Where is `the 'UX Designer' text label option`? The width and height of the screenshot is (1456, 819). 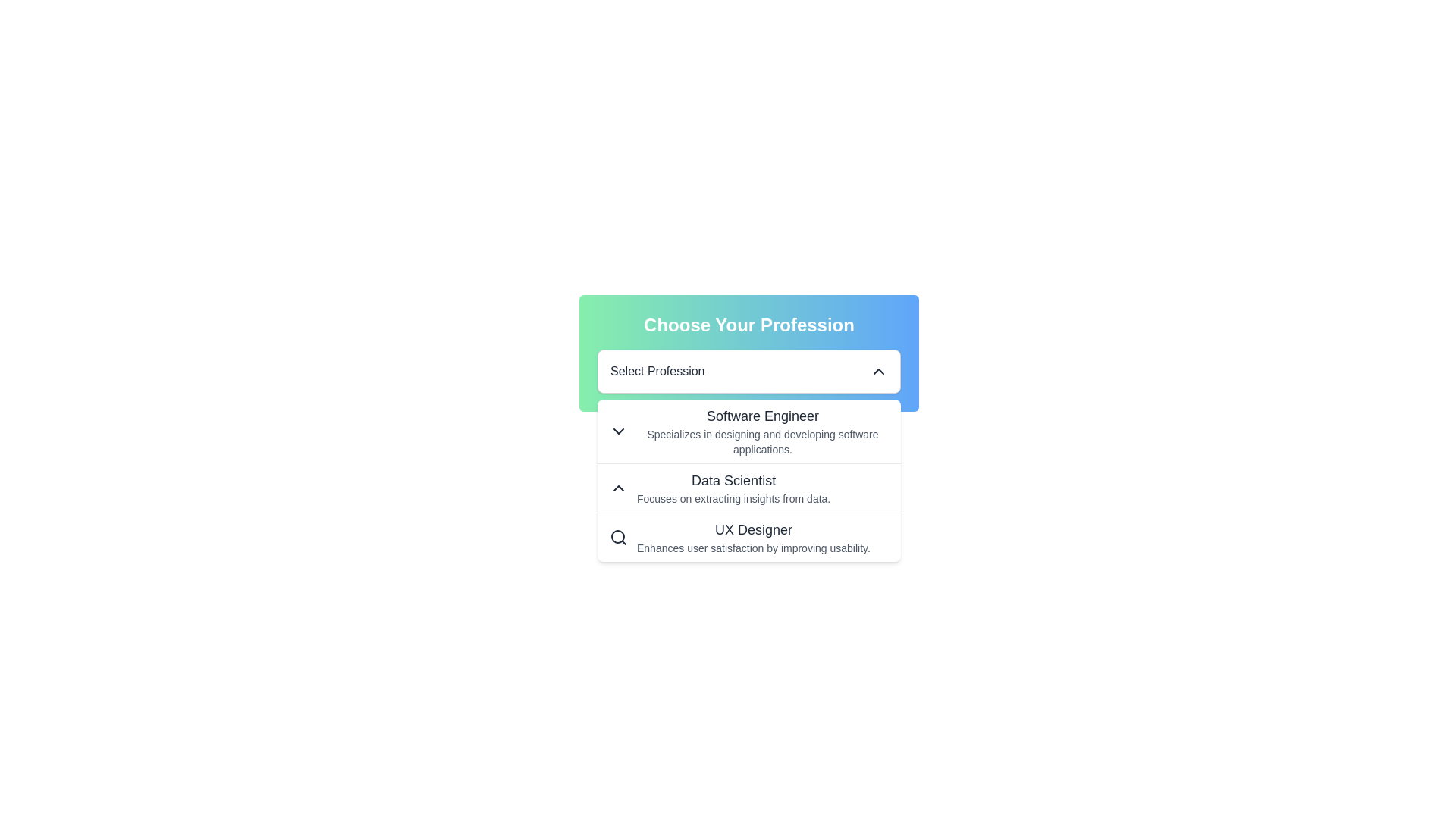
the 'UX Designer' text label option is located at coordinates (753, 529).